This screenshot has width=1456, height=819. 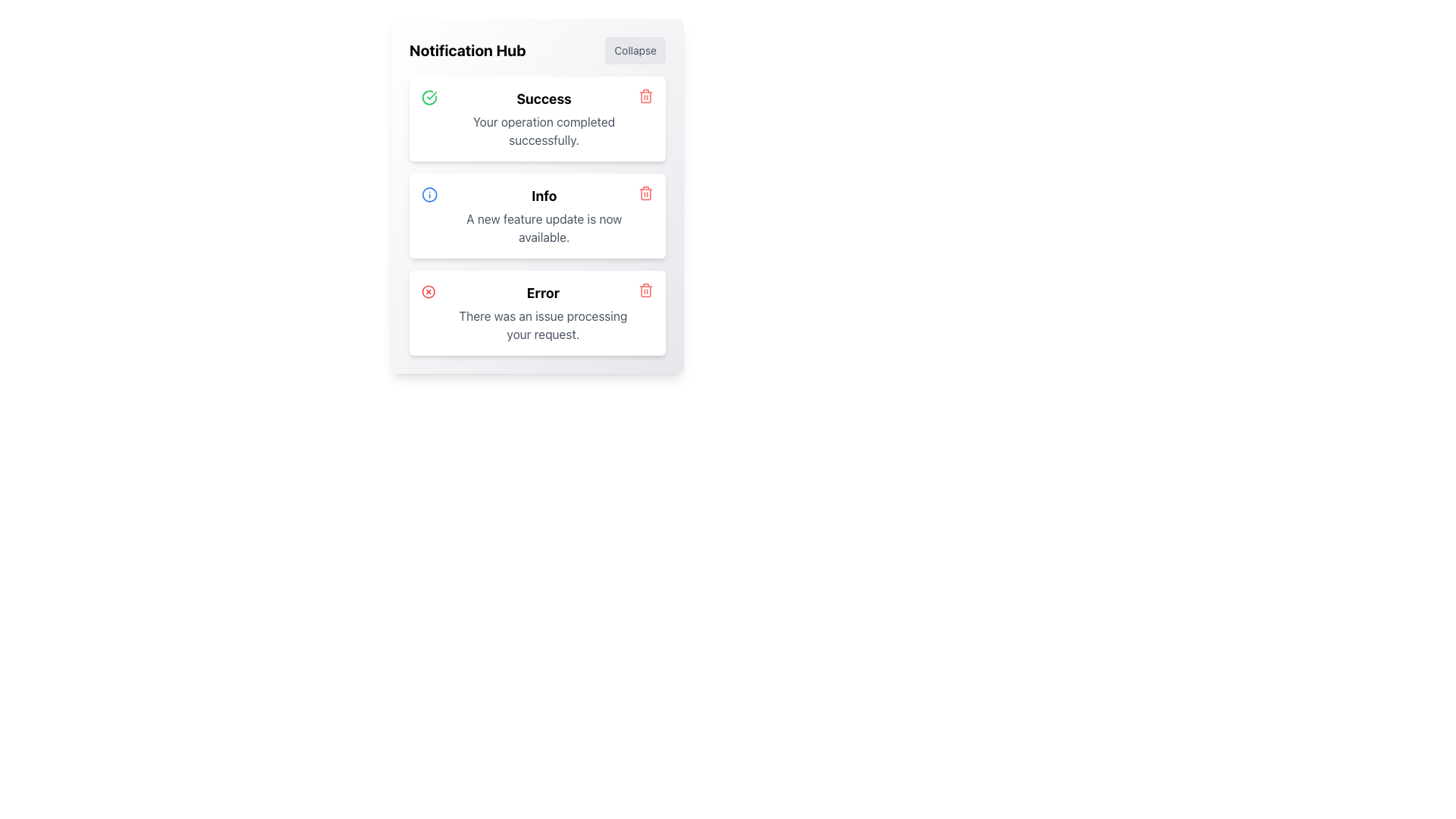 What do you see at coordinates (635, 49) in the screenshot?
I see `the 'Collapse' button located in the top-right corner of the 'Notification Hub' section` at bounding box center [635, 49].